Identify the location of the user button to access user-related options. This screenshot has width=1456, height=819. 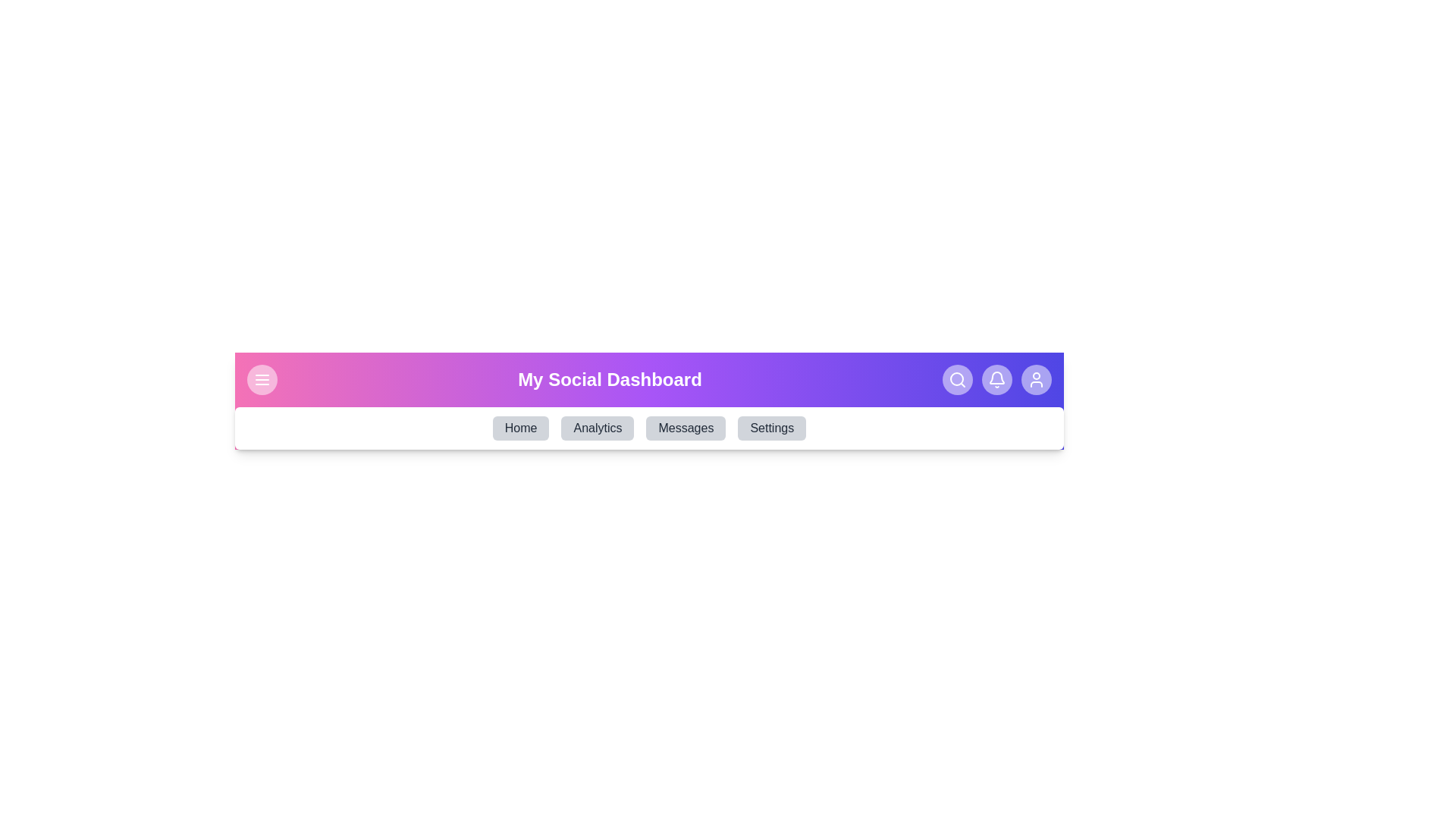
(1036, 379).